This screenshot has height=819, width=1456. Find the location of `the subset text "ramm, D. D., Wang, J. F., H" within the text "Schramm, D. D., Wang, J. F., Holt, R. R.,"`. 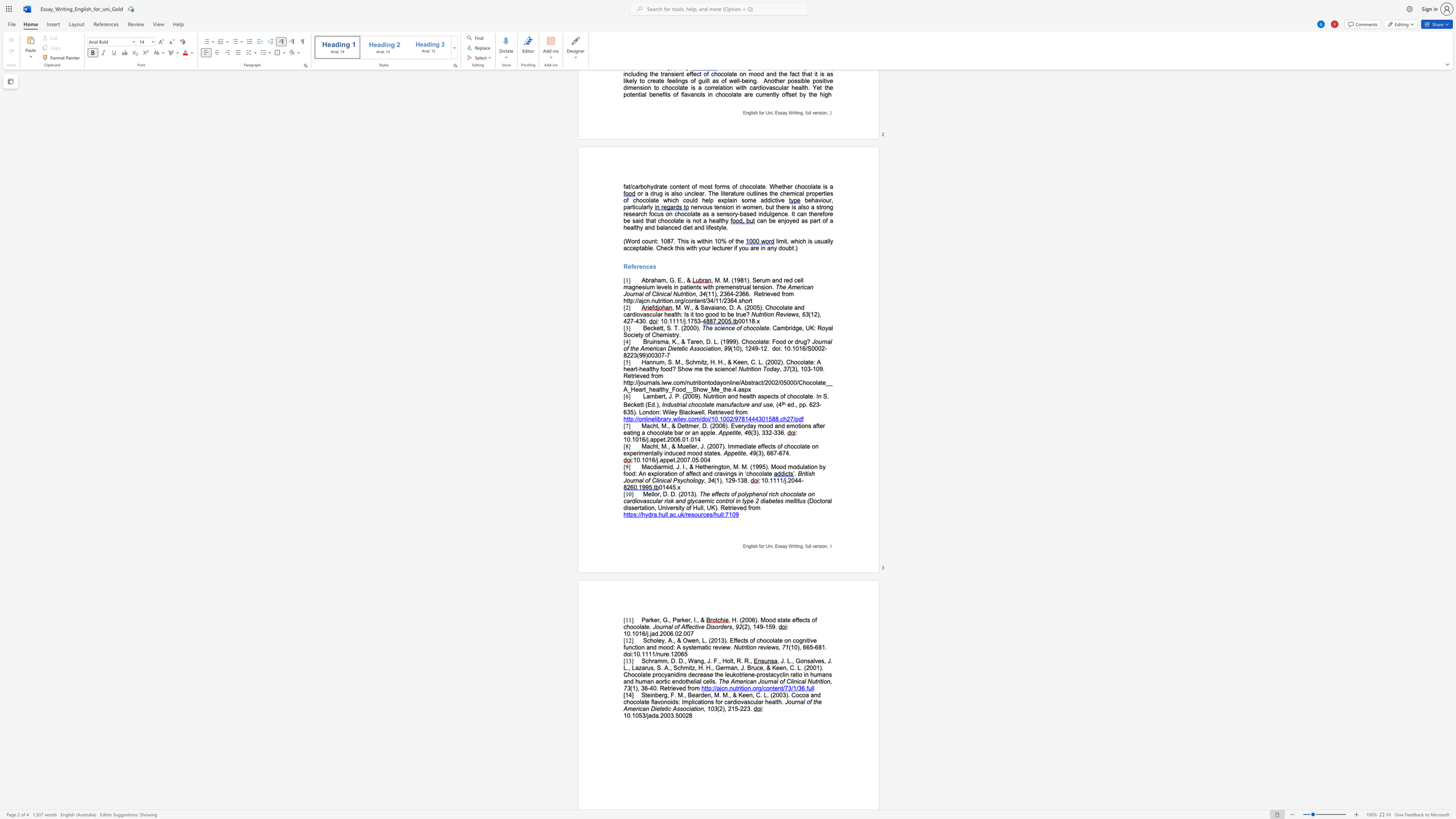

the subset text "ramm, D. D., Wang, J. F., H" within the text "Schramm, D. D., Wang, J. F., Holt, R. R.," is located at coordinates (651, 661).